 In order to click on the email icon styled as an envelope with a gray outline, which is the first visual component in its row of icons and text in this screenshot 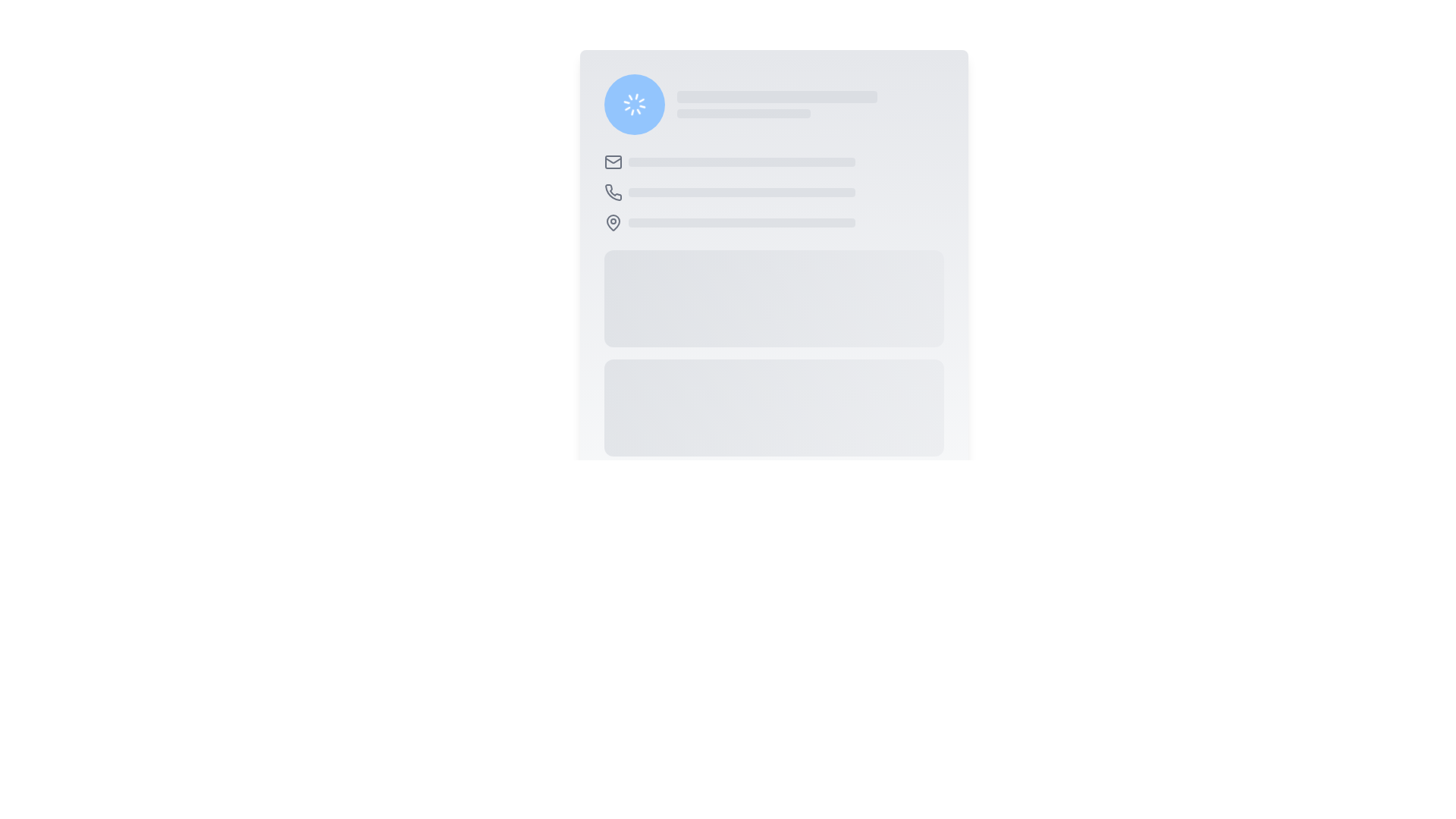, I will do `click(613, 162)`.